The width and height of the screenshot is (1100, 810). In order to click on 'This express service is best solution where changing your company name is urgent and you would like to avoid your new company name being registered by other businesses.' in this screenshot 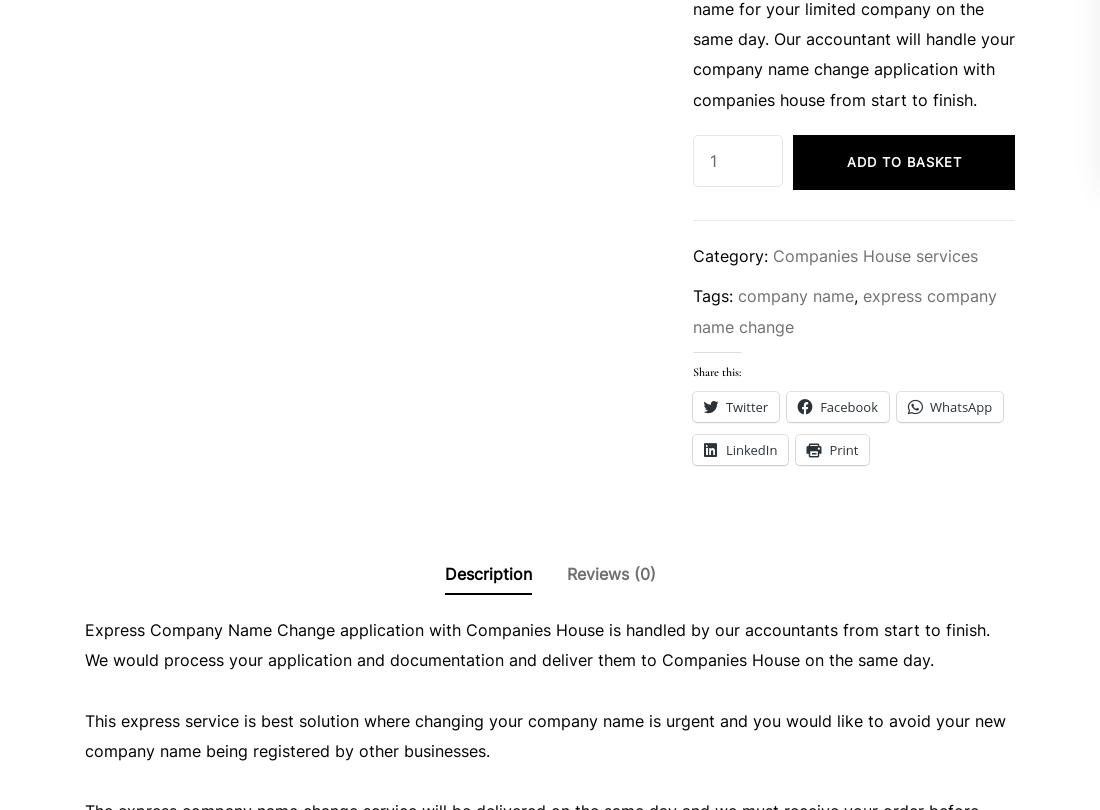, I will do `click(545, 733)`.